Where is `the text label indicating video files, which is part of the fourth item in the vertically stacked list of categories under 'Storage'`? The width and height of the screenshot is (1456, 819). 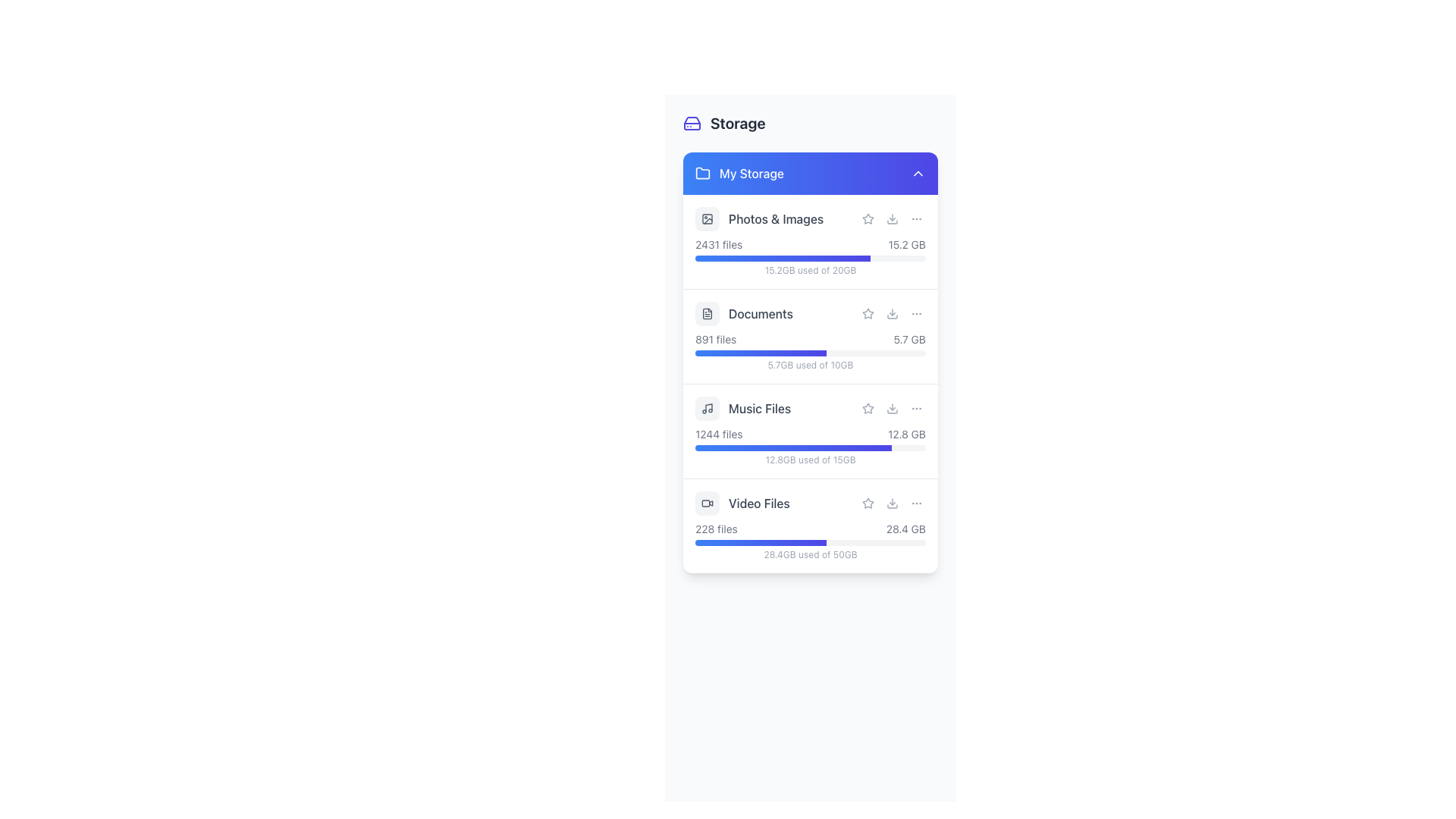 the text label indicating video files, which is part of the fourth item in the vertically stacked list of categories under 'Storage' is located at coordinates (759, 503).